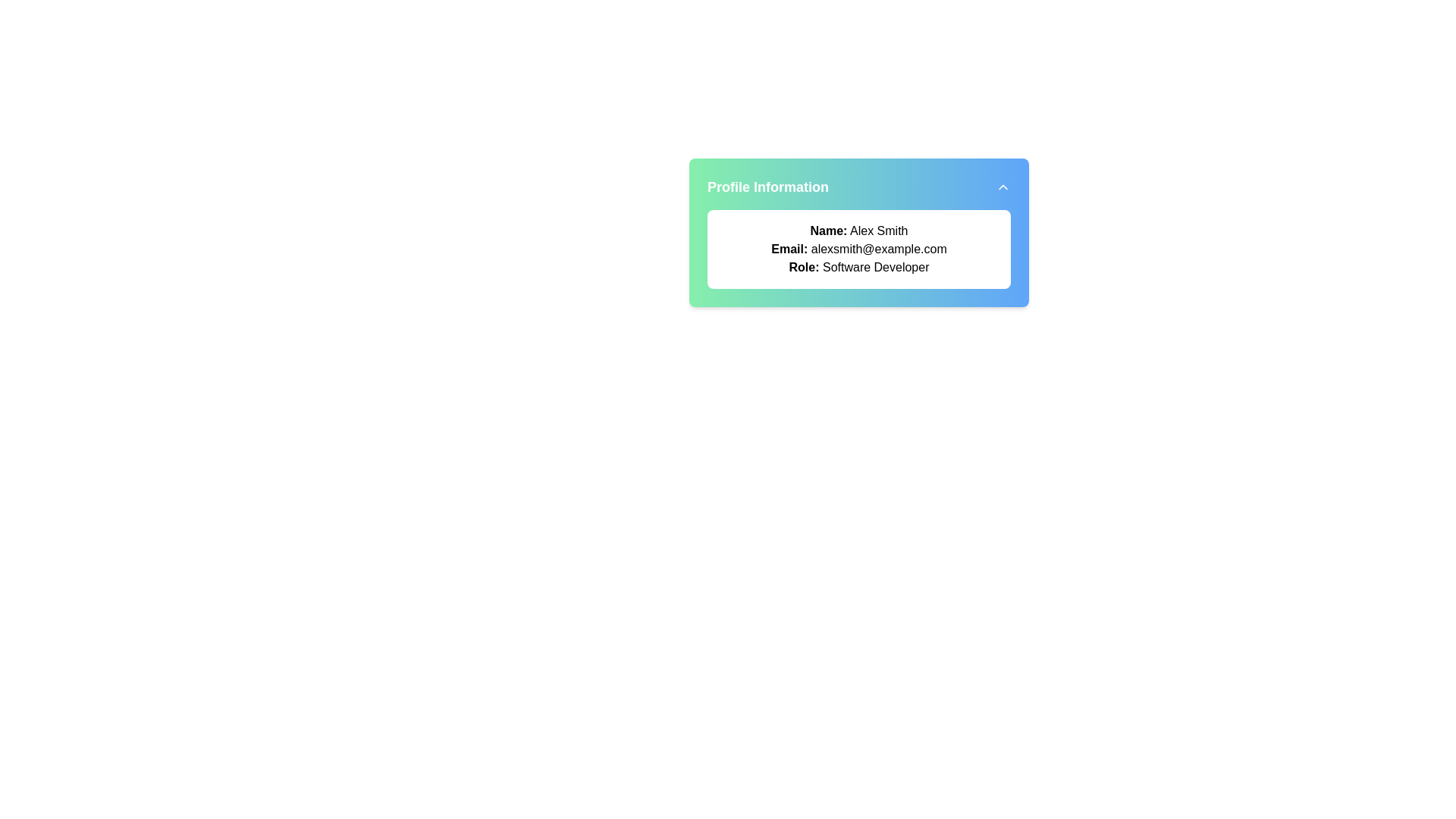 The width and height of the screenshot is (1456, 819). Describe the element at coordinates (1003, 186) in the screenshot. I see `the button that collapses or scrolls up the 'Profile Information' section, located in the top-right corner of the header block` at that location.